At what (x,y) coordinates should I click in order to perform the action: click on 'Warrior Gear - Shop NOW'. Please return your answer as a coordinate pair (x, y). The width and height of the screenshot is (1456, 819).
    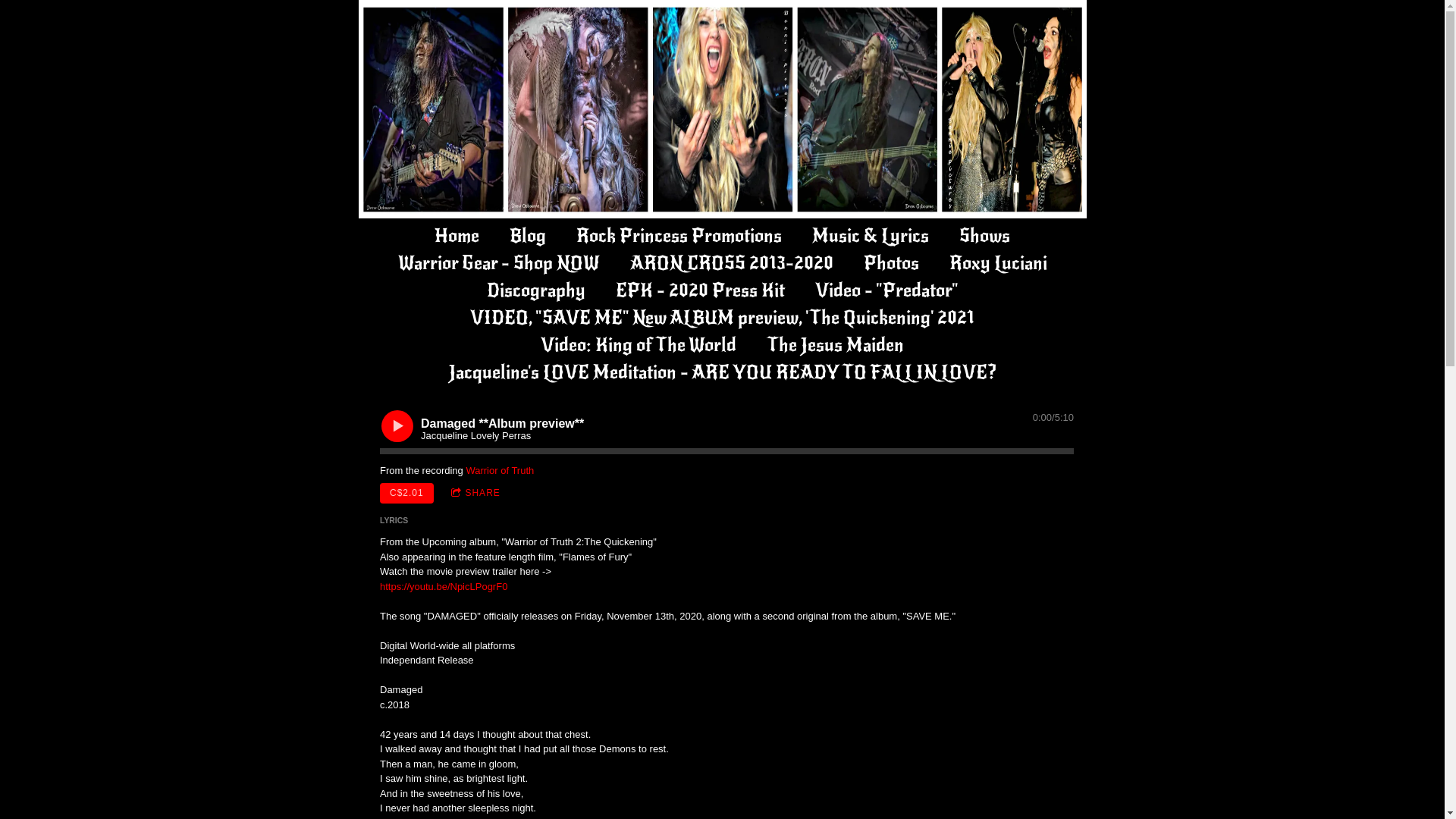
    Looking at the image, I should click on (498, 262).